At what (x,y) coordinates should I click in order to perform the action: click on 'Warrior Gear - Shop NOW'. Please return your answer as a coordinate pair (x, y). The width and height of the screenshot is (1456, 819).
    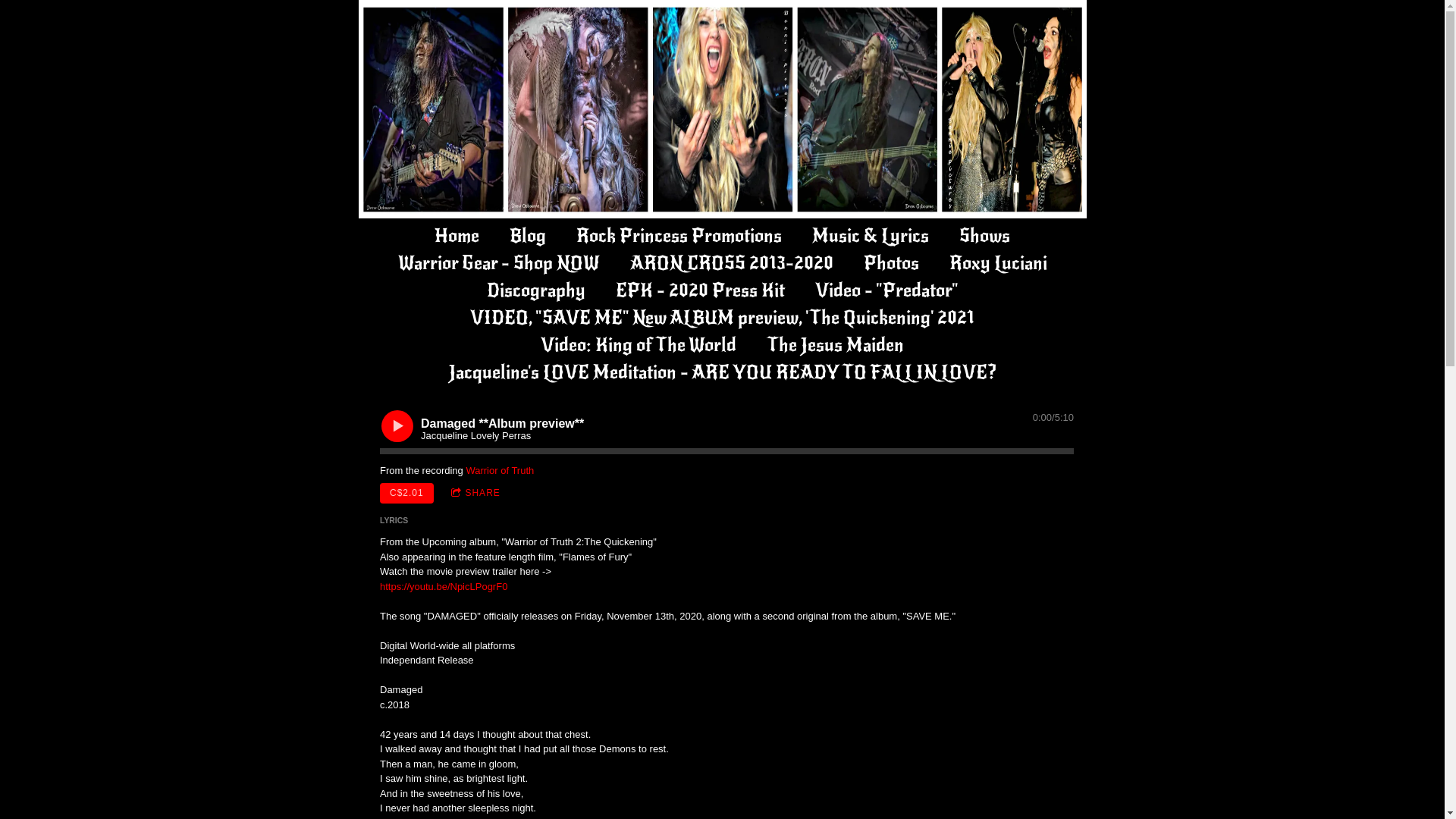
    Looking at the image, I should click on (498, 262).